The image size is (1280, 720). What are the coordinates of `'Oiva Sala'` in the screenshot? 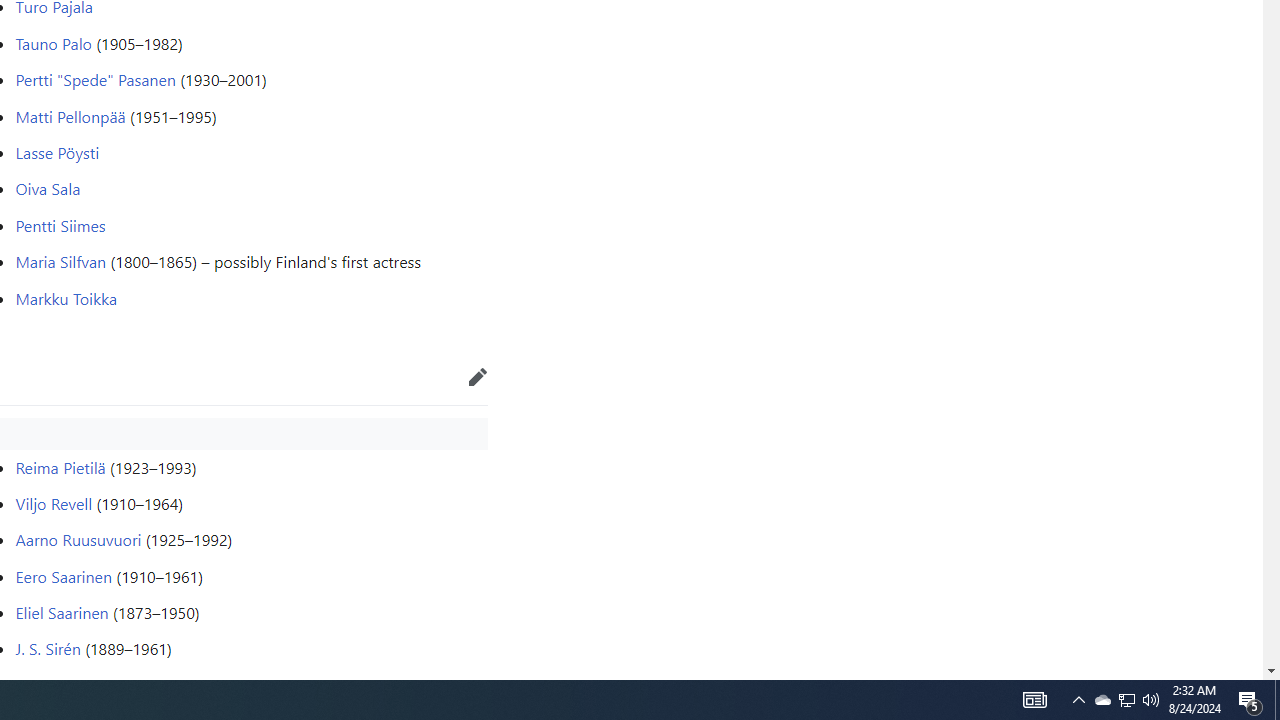 It's located at (48, 189).